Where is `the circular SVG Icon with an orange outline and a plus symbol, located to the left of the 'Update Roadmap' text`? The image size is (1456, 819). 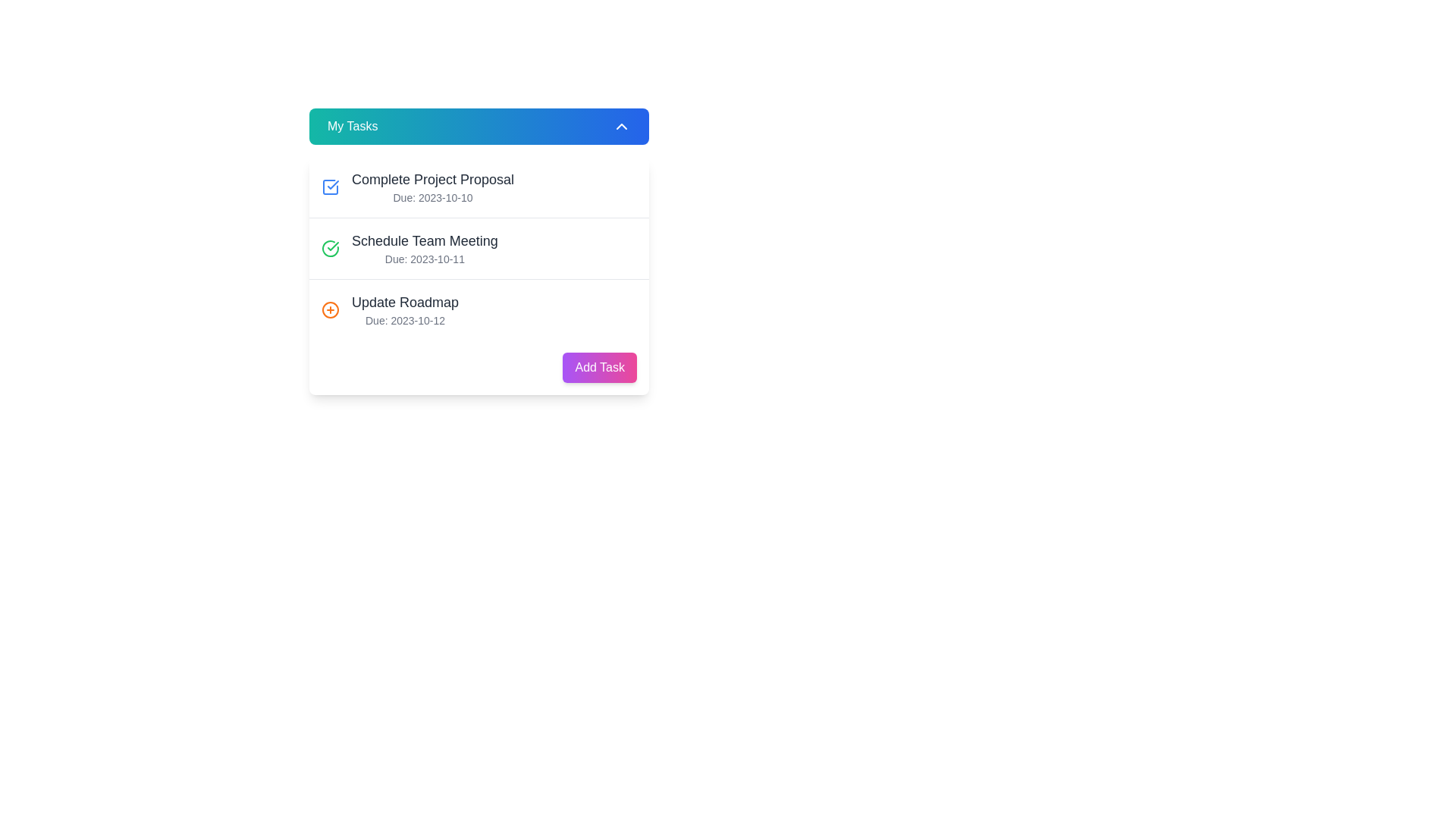 the circular SVG Icon with an orange outline and a plus symbol, located to the left of the 'Update Roadmap' text is located at coordinates (330, 309).